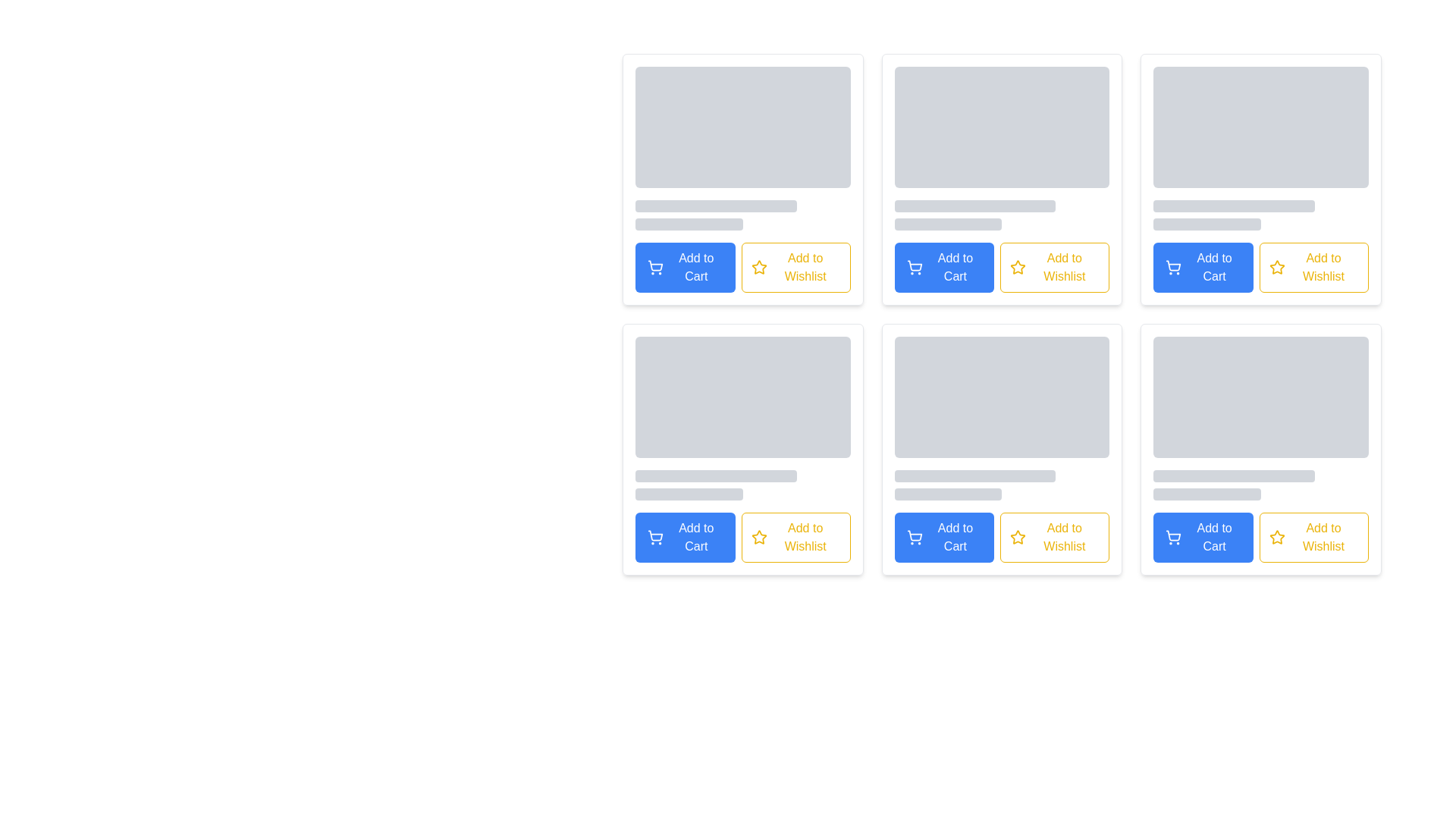  Describe the element at coordinates (914, 537) in the screenshot. I see `the icon located on the left end of the 'Add to Cart' button within the product card grid` at that location.